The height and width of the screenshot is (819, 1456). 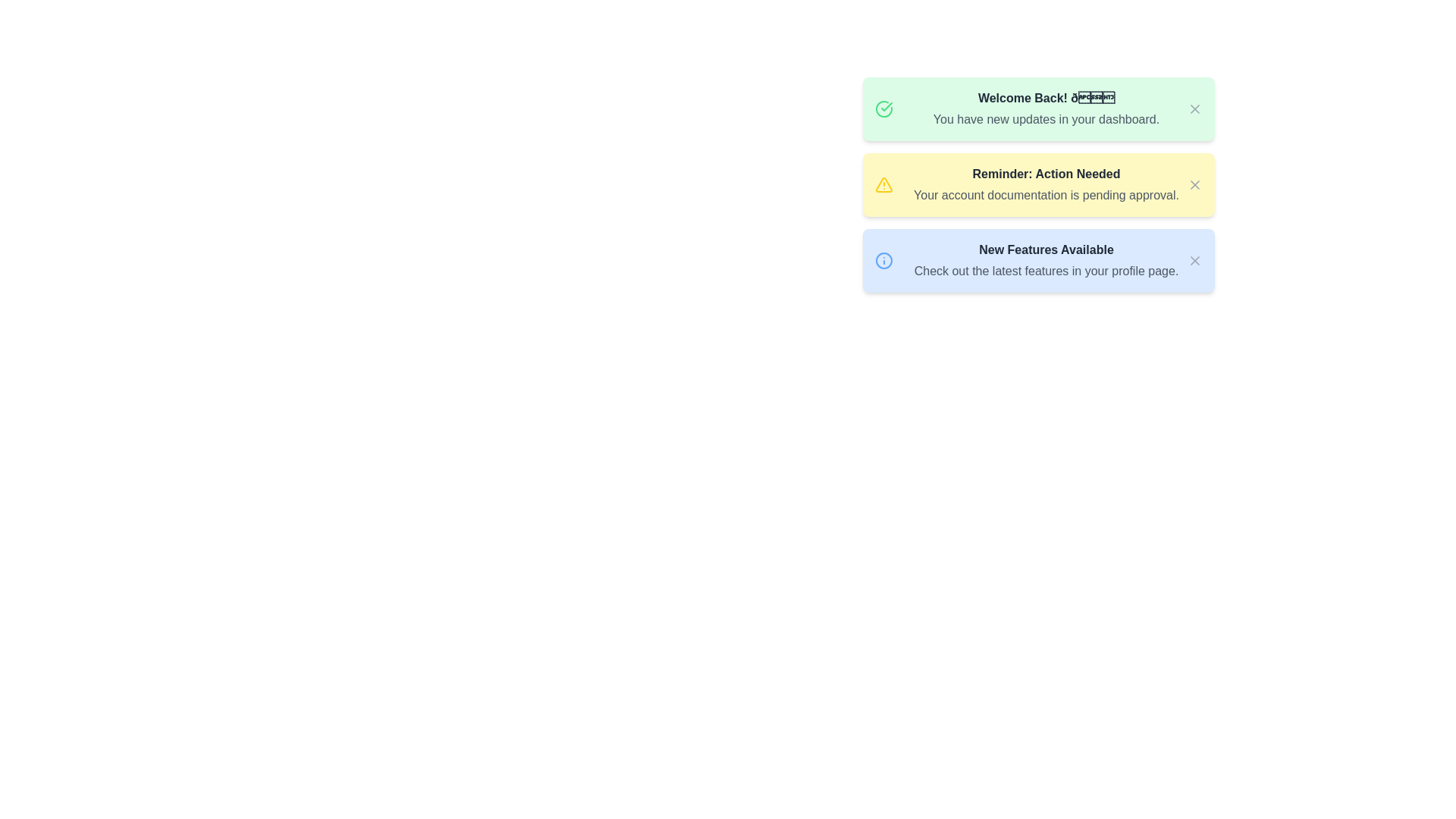 What do you see at coordinates (884, 108) in the screenshot?
I see `the success indicator icon located in the top left corner of the green panel with the message 'Welcome Back!'` at bounding box center [884, 108].